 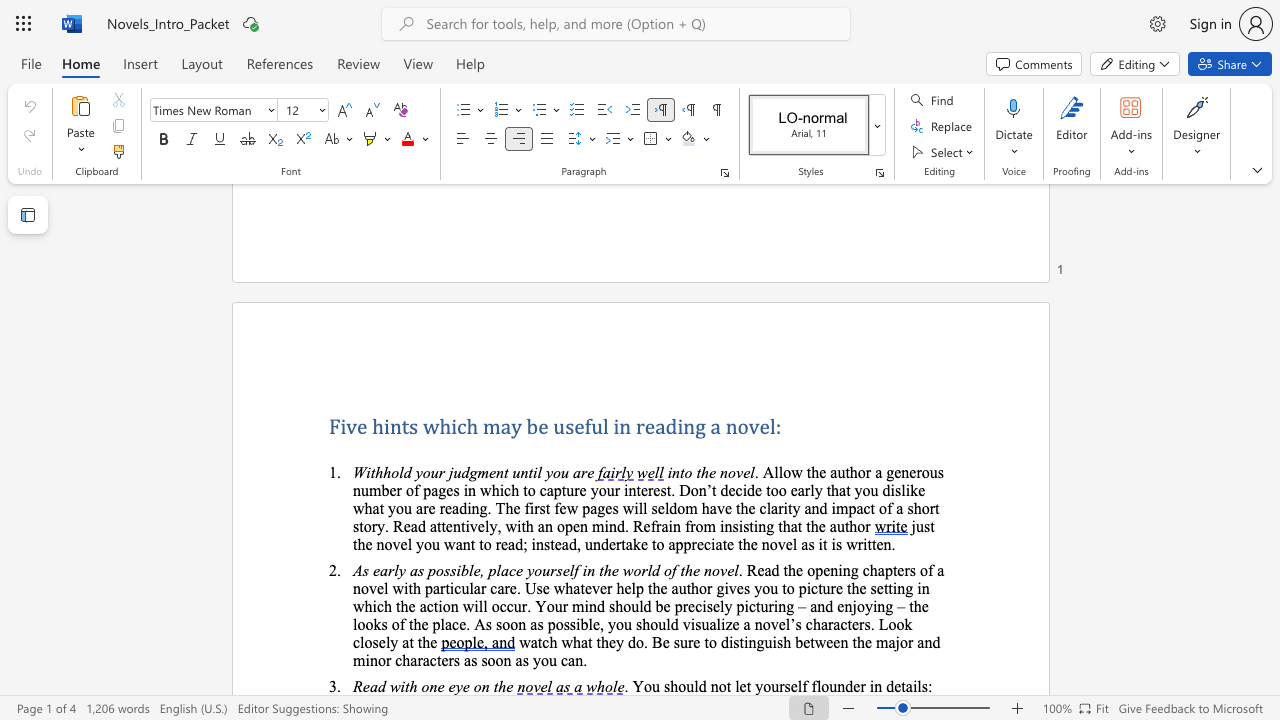 What do you see at coordinates (420, 685) in the screenshot?
I see `the subset text "one eye on the" within the text "Read with one eye on the"` at bounding box center [420, 685].